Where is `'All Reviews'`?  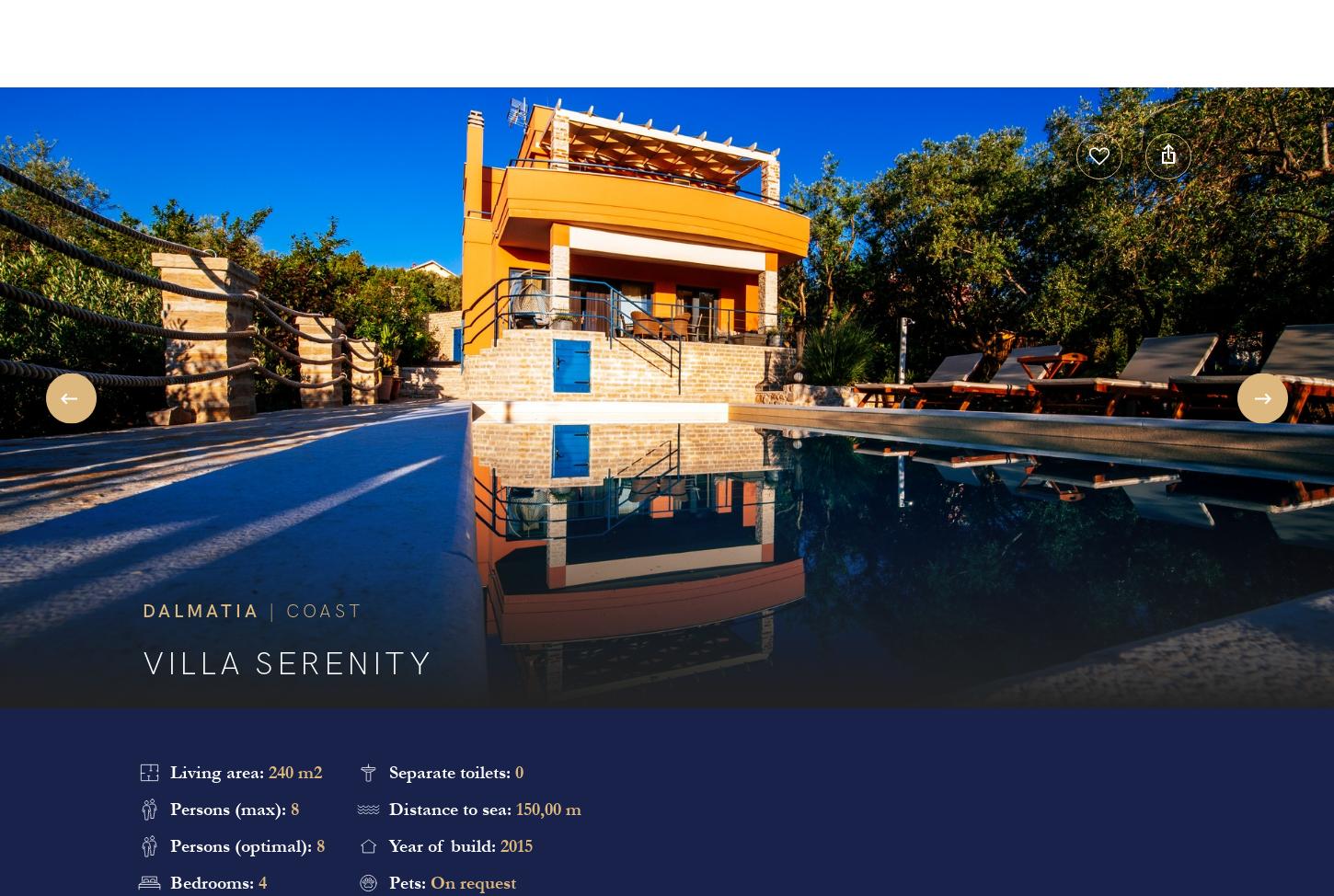
'All Reviews' is located at coordinates (769, 853).